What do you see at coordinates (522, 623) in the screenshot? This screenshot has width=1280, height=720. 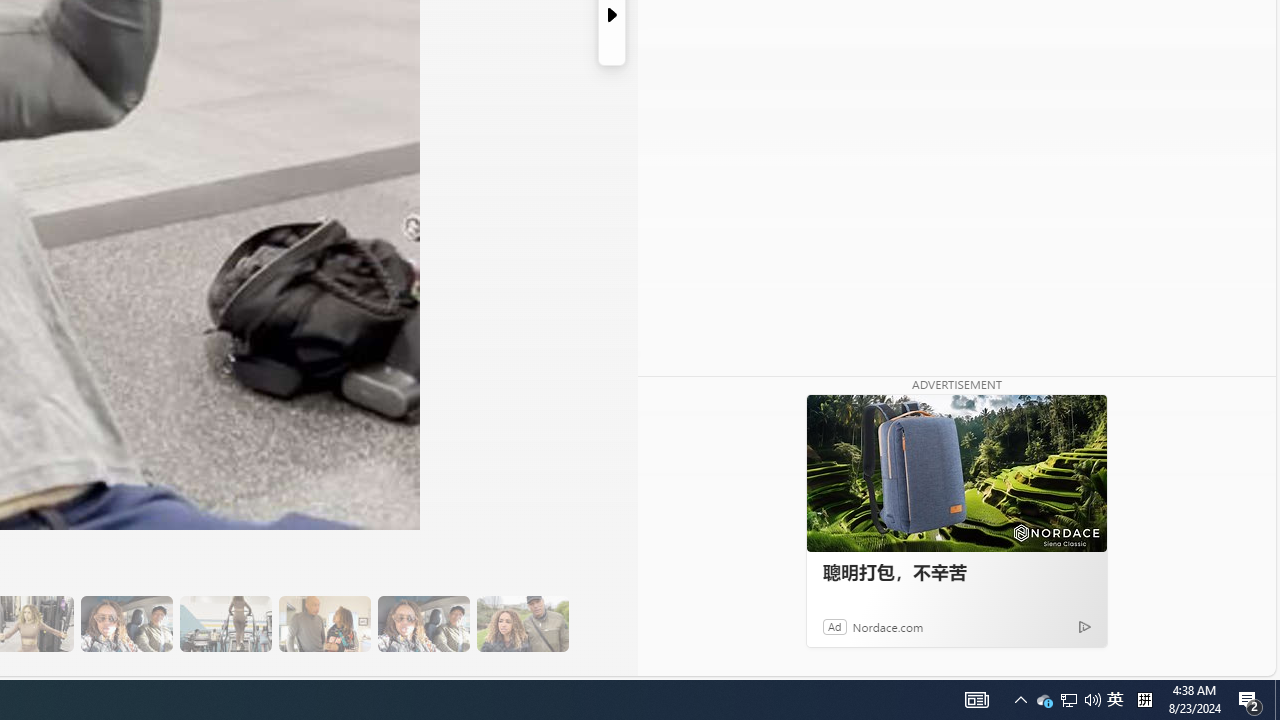 I see `'20 Overall, It Will Improve Your Health'` at bounding box center [522, 623].